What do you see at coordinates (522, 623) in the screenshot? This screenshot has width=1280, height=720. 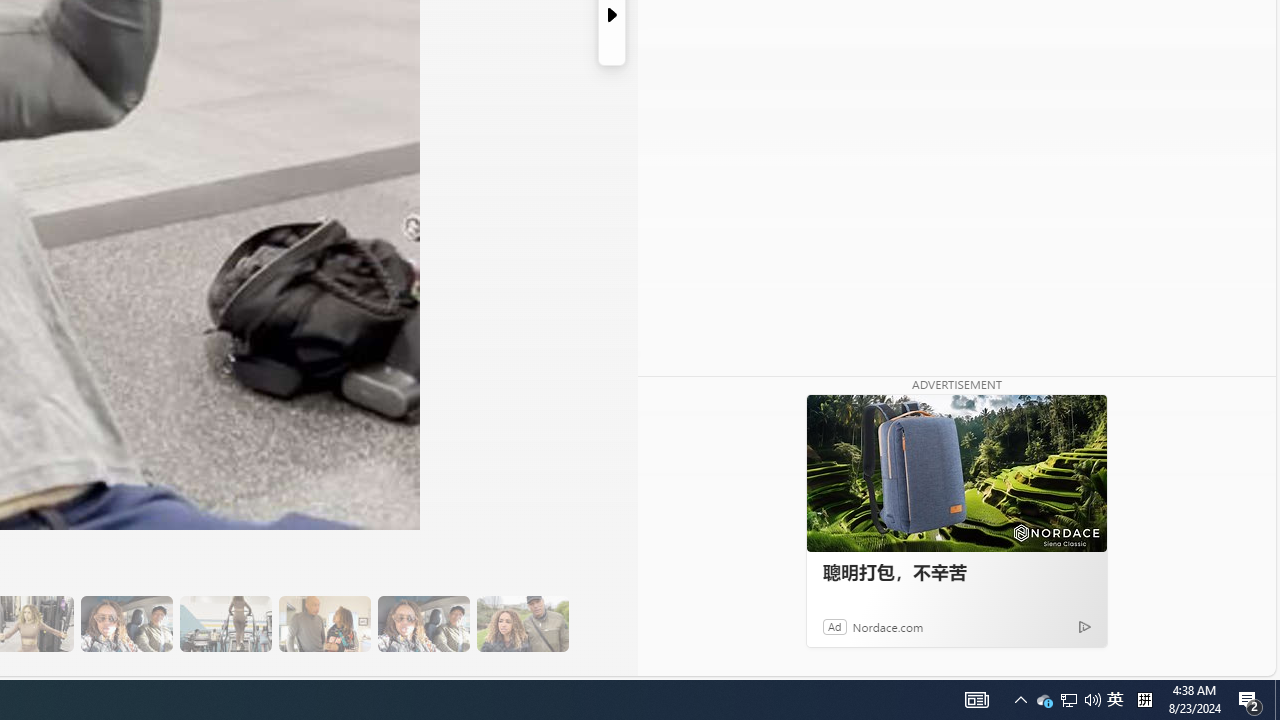 I see `'20 Overall, It Will Improve Your Health'` at bounding box center [522, 623].